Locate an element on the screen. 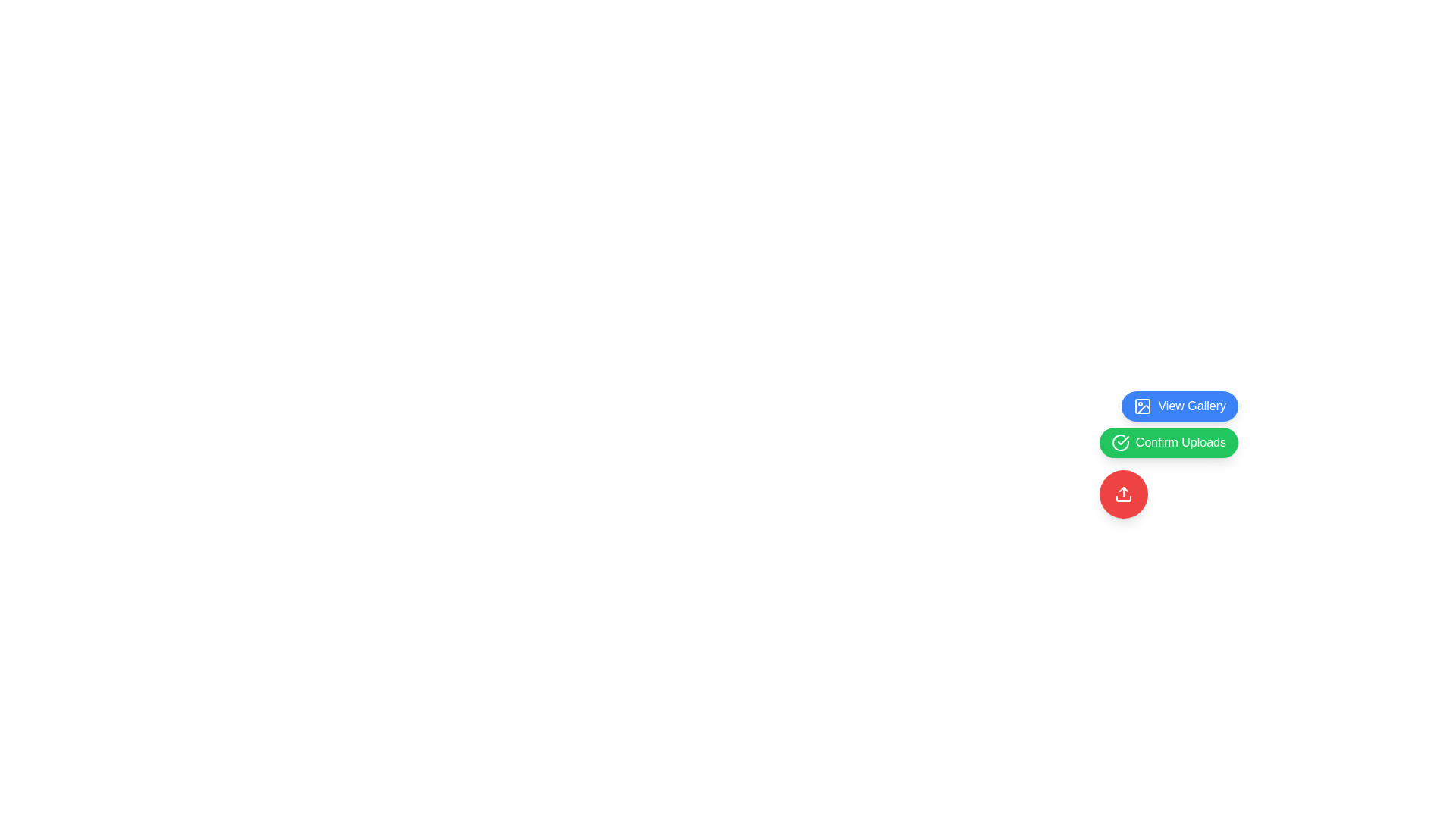 The image size is (1456, 819). the red circular upload button located at the bottom of the button stack, which features an upload icon with an upward arrow is located at coordinates (1123, 494).